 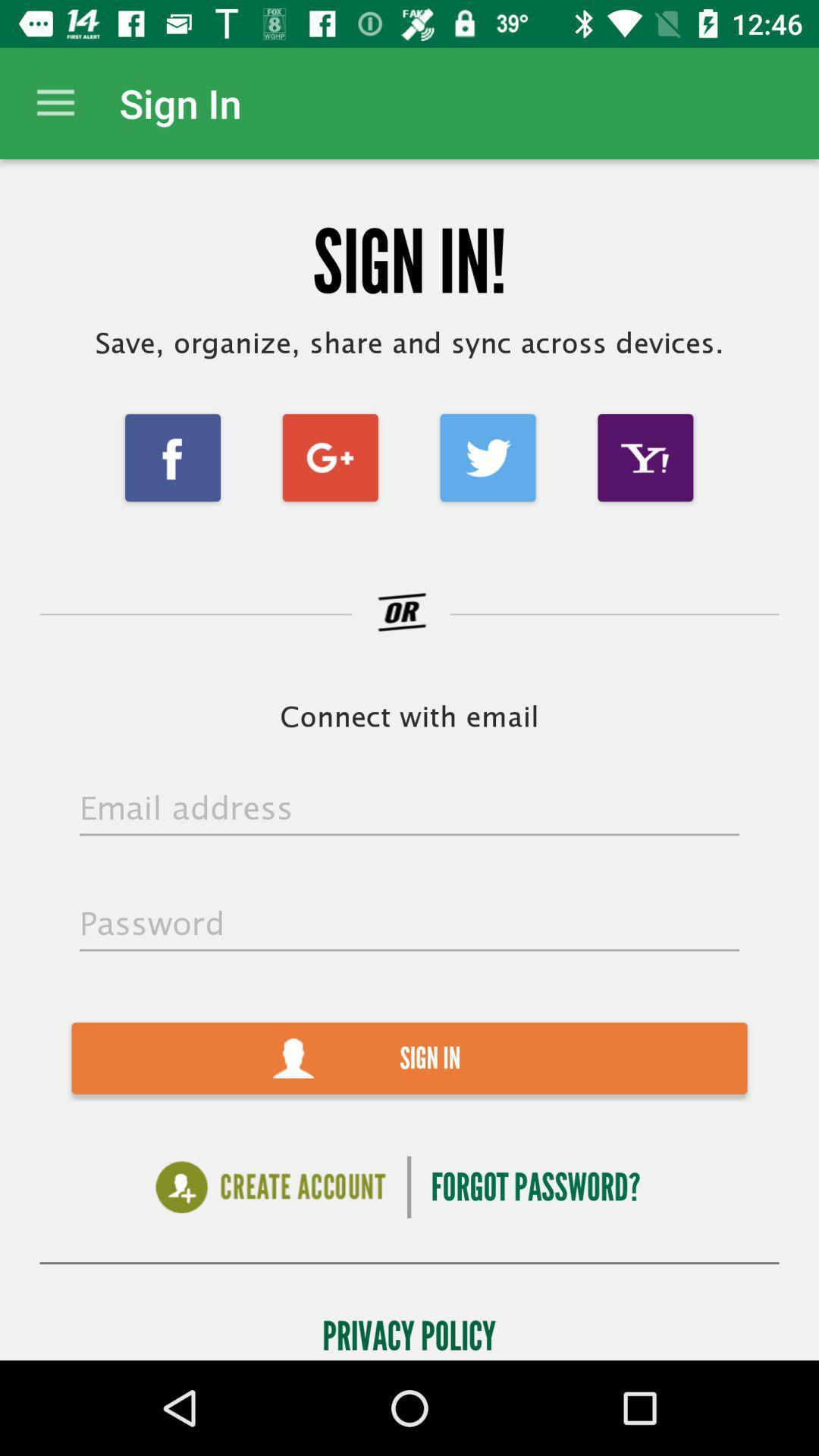 I want to click on mail address, so click(x=409, y=808).